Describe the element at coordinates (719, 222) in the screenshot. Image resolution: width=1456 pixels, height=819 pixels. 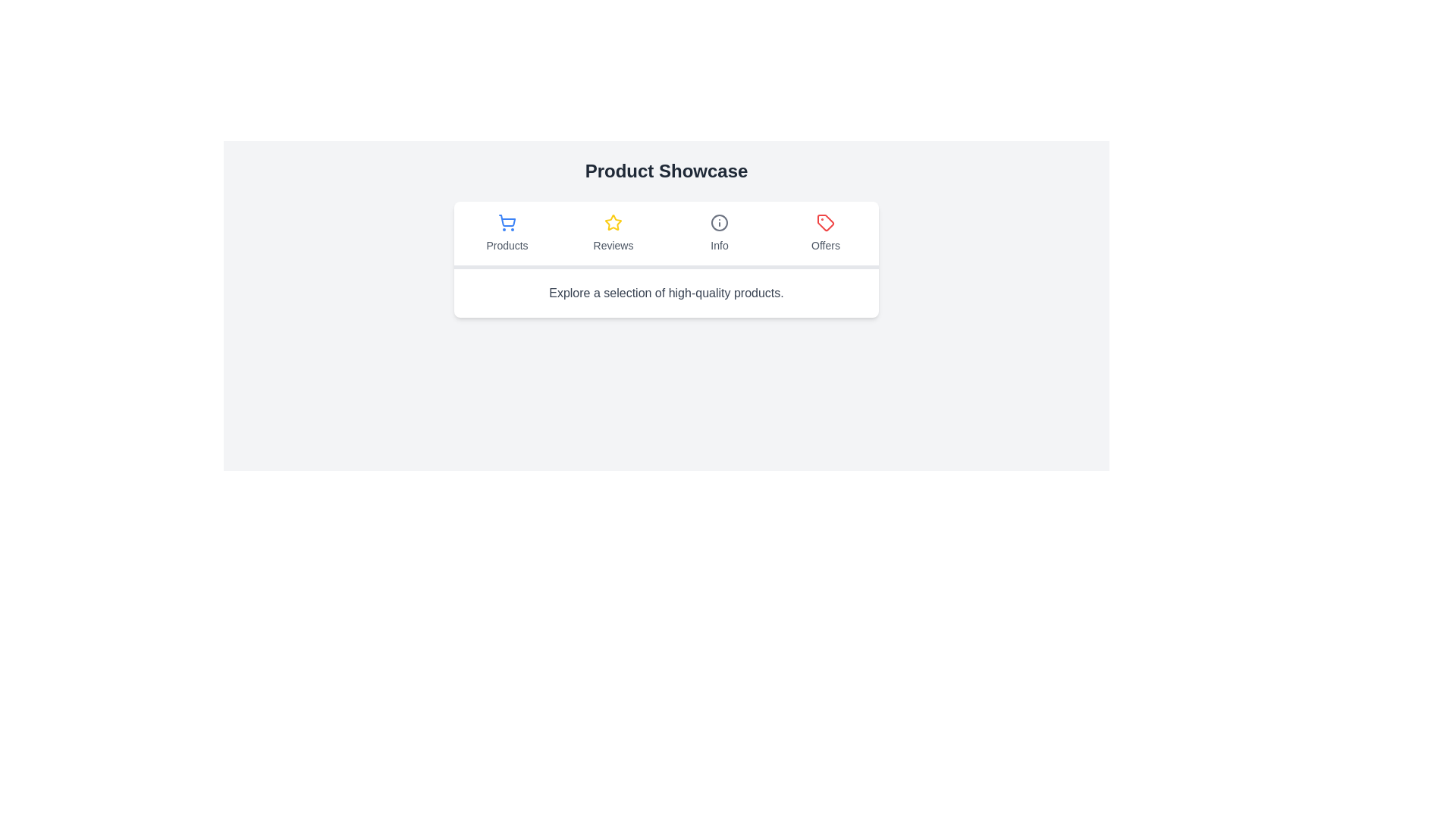
I see `the 'Info' icon, a circular shape located within the third interactive button from the left in the horizontal row of options at the center-top of the card interface` at that location.